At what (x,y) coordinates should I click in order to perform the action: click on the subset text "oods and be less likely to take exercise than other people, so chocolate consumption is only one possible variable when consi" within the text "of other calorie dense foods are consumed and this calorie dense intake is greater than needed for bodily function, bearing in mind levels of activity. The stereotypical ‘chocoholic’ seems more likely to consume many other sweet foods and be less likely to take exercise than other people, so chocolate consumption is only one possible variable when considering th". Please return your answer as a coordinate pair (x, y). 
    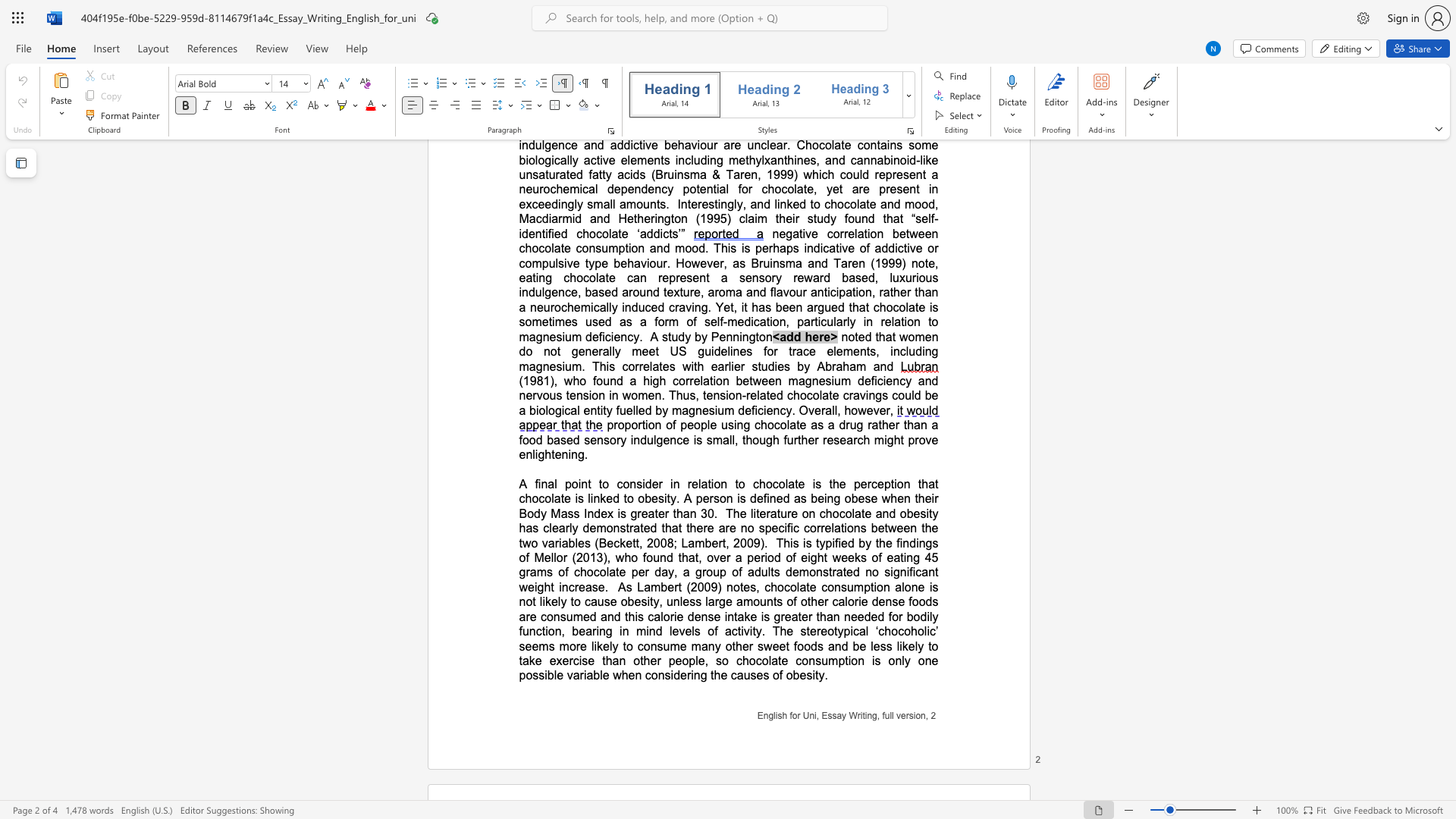
    Looking at the image, I should click on (796, 646).